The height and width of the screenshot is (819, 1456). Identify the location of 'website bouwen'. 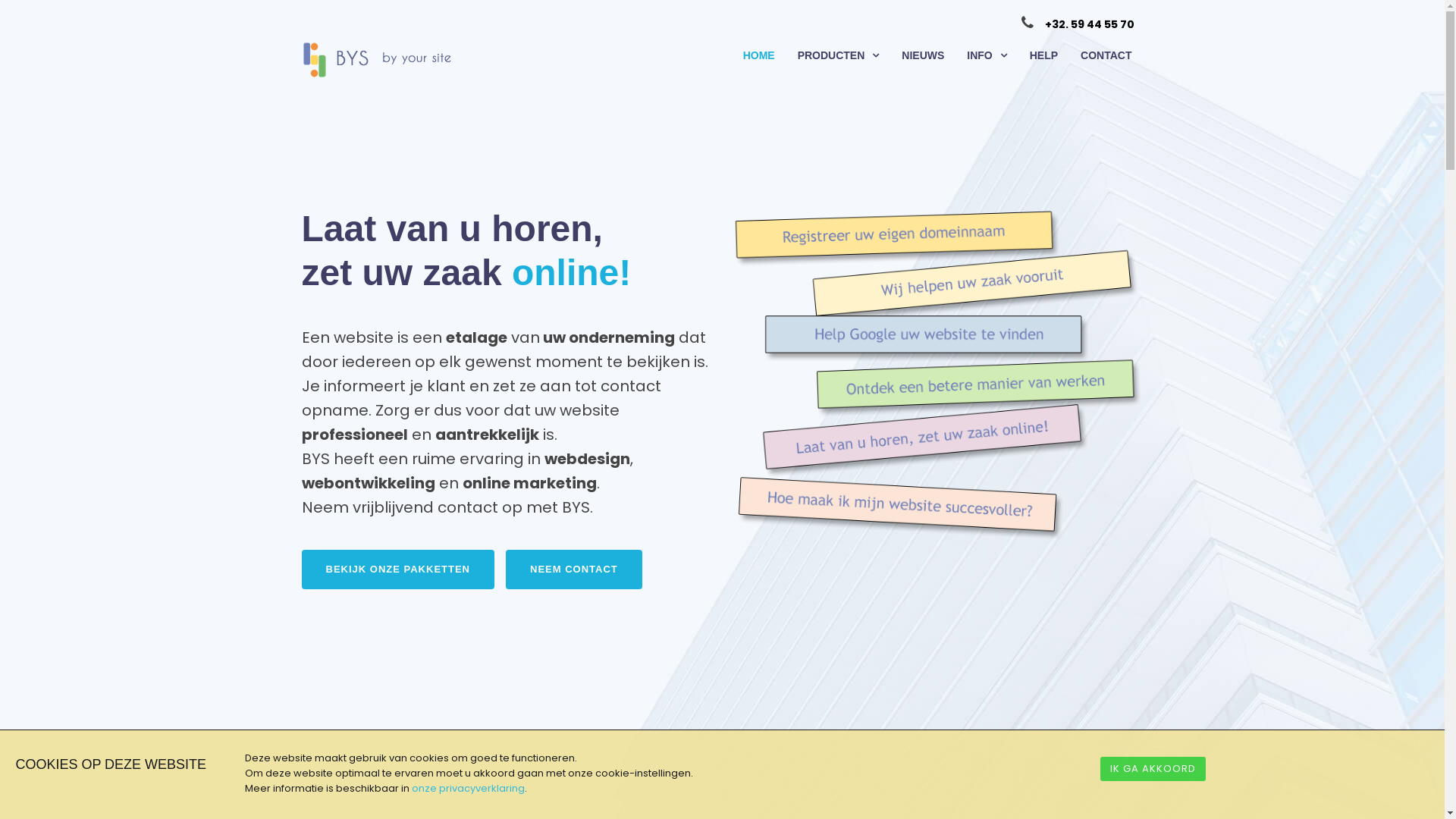
(938, 373).